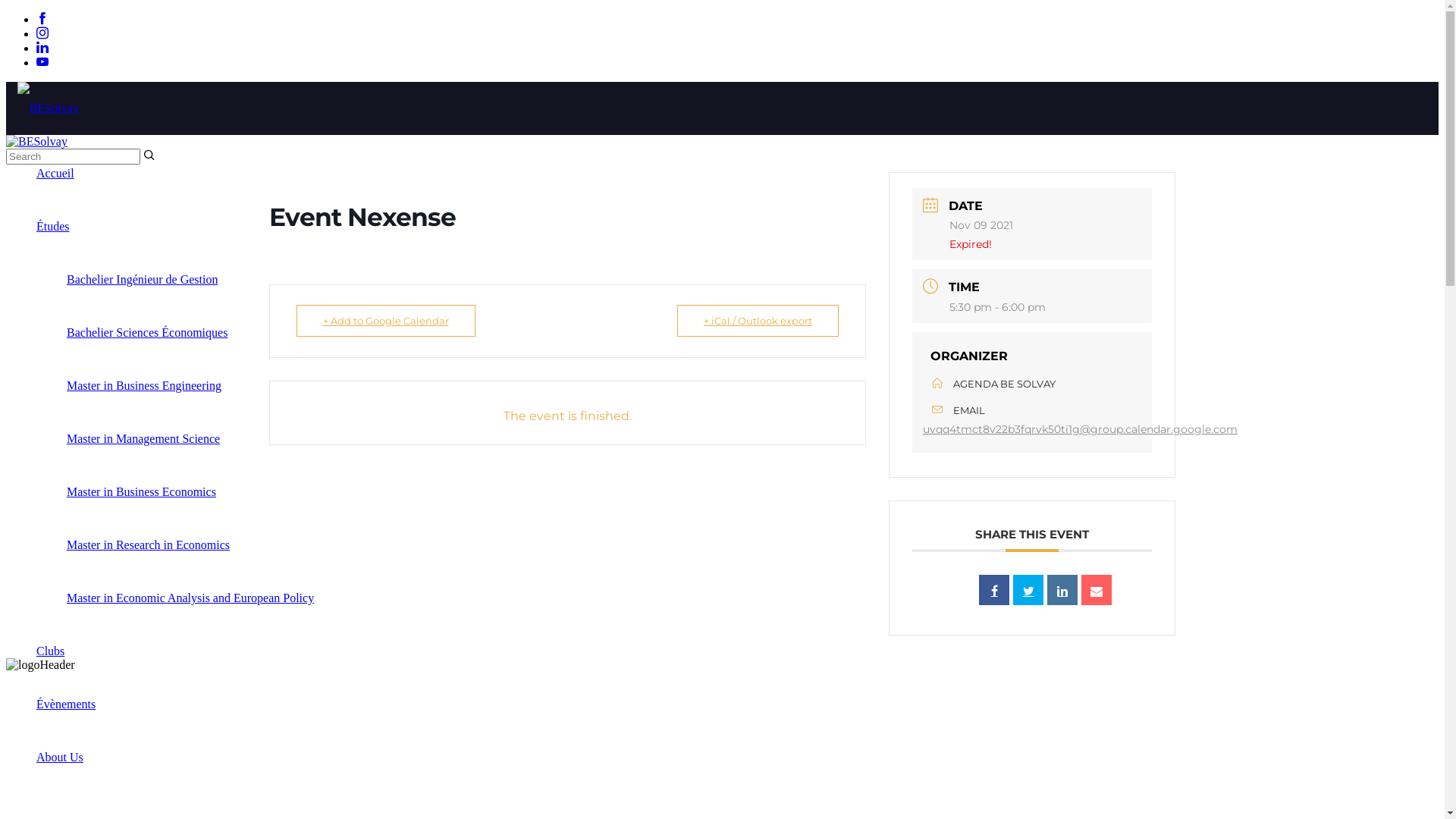 Image resolution: width=1456 pixels, height=819 pixels. What do you see at coordinates (65, 597) in the screenshot?
I see `'Master in Economic Analysis and European Policy'` at bounding box center [65, 597].